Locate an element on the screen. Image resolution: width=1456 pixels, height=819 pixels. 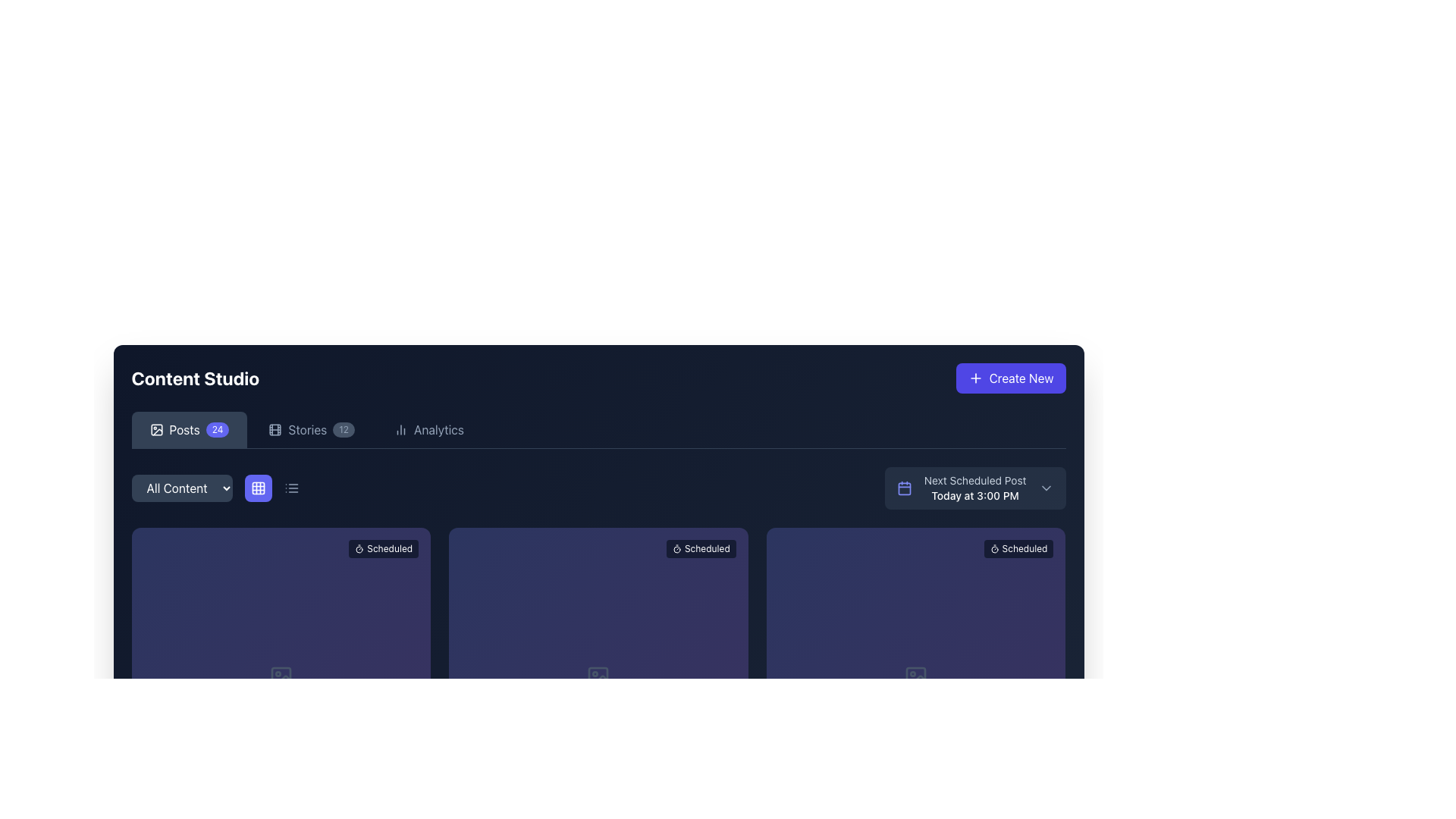
the 'Scheduled' status label located in the top-right corner of the card to associate its status with the corresponding card is located at coordinates (1018, 549).